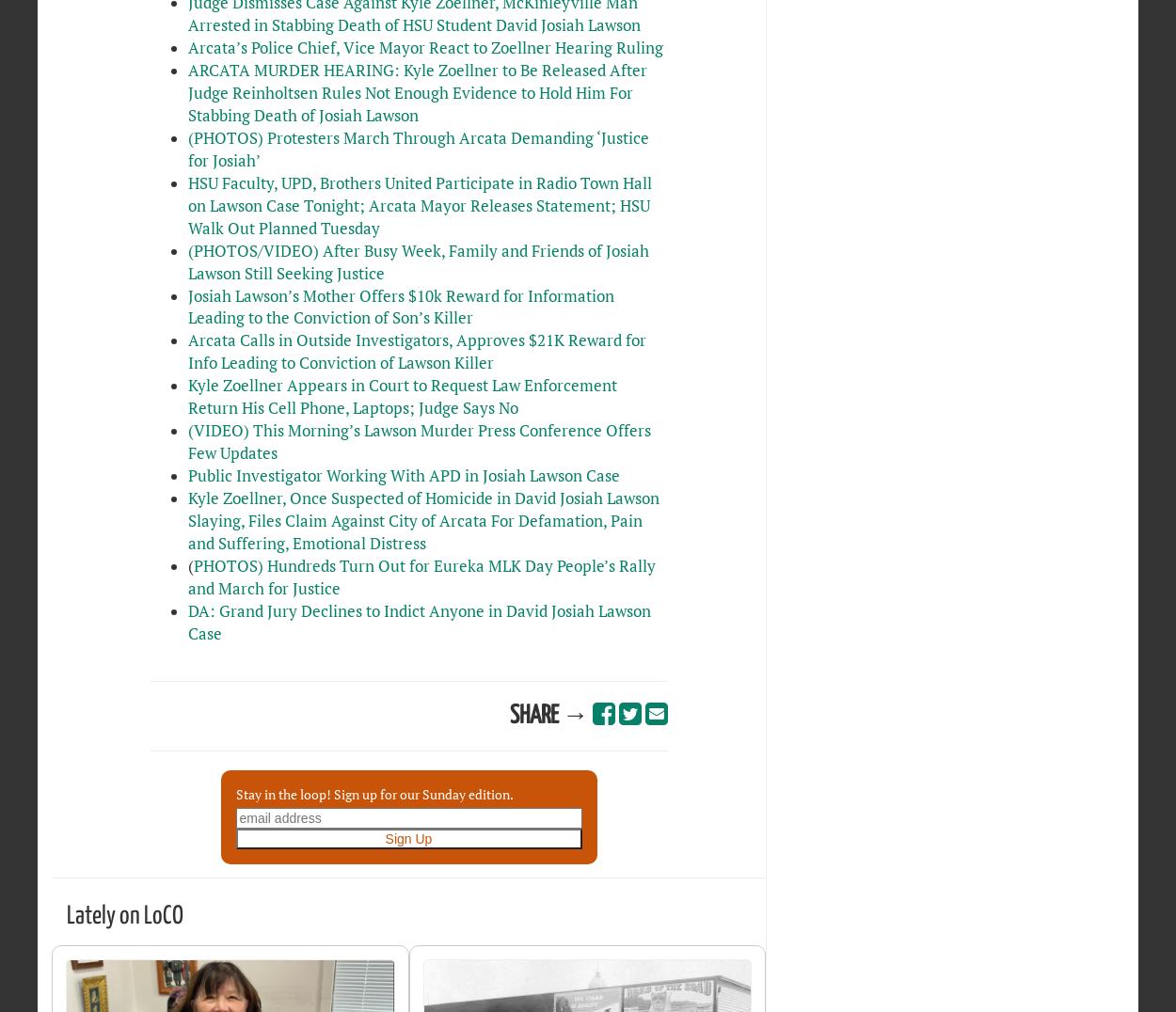  Describe the element at coordinates (418, 440) in the screenshot. I see `'(VIDEO) This Morning’s Lawson Murder Press Conference Offers Few Updates'` at that location.